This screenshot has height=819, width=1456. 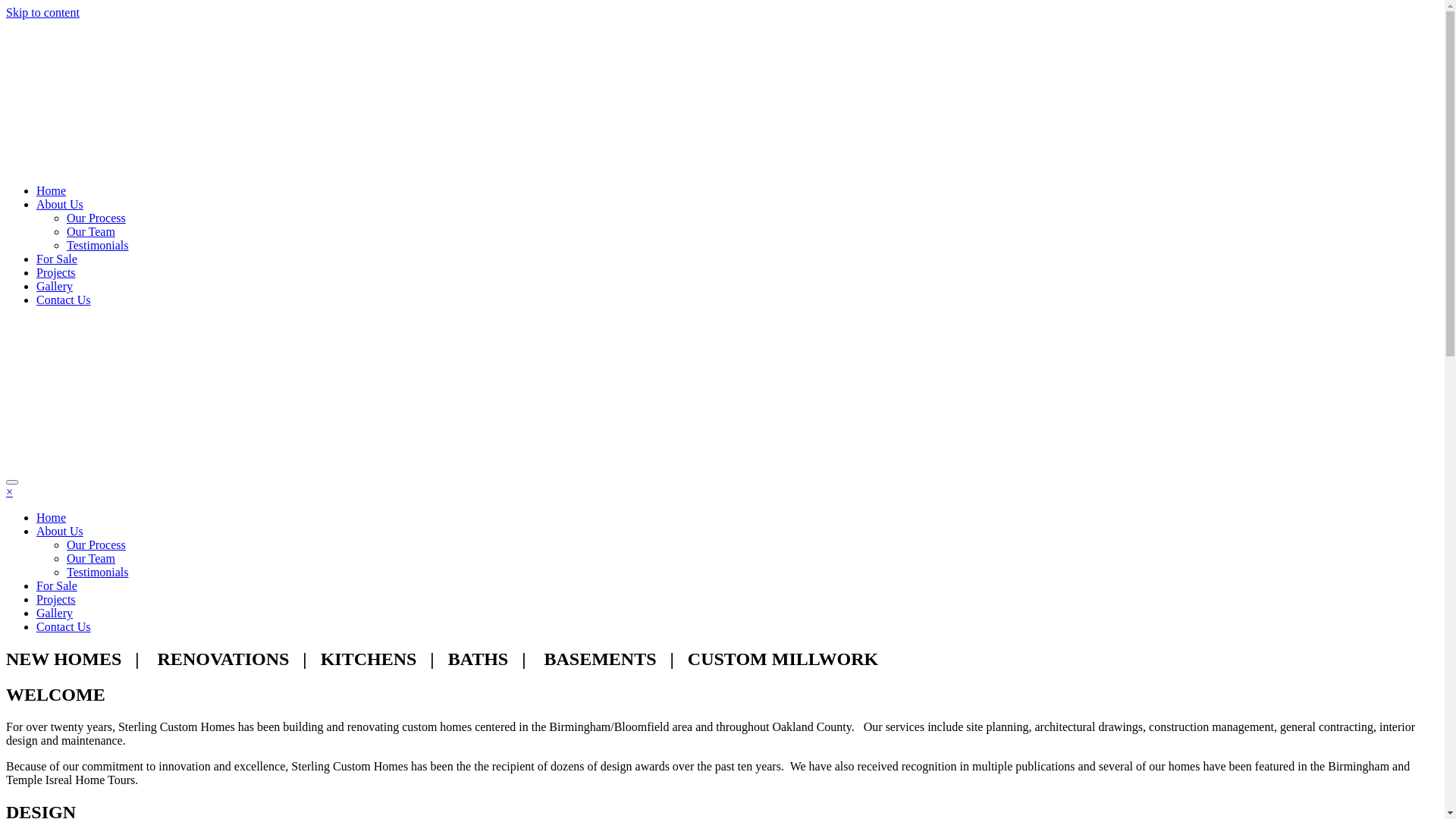 I want to click on 'Contact Us', so click(x=62, y=300).